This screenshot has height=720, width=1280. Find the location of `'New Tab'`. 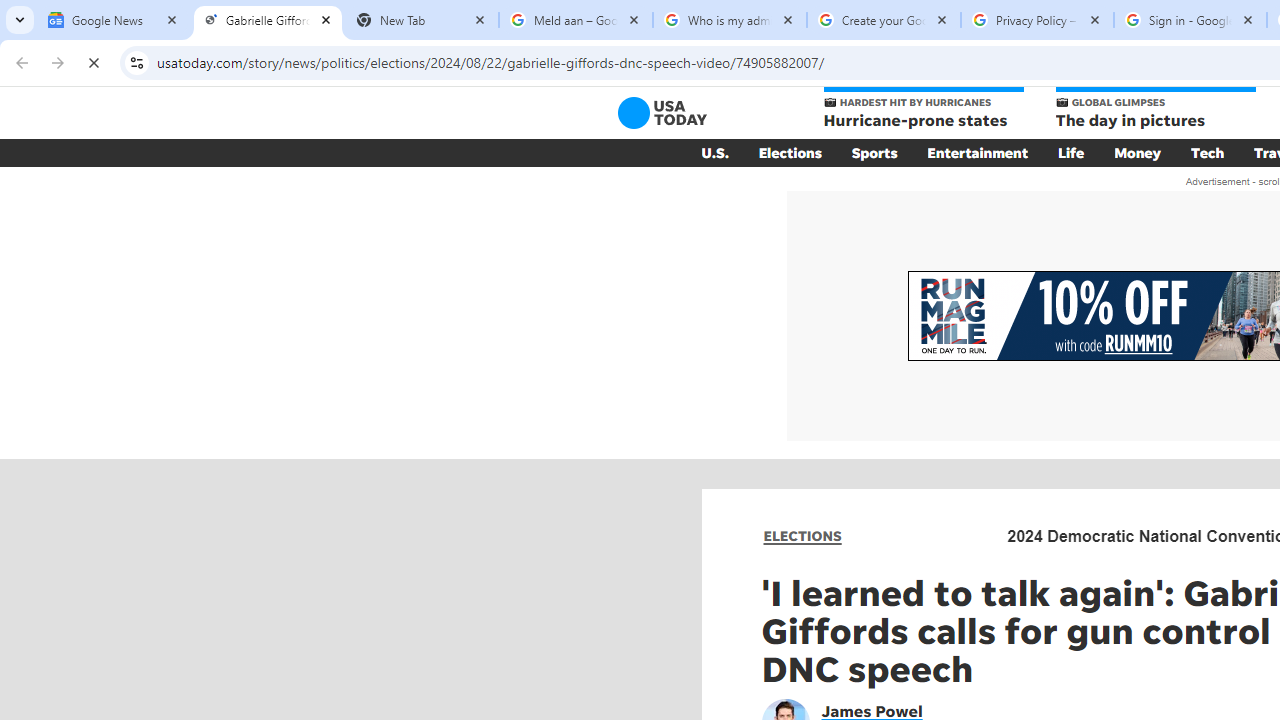

'New Tab' is located at coordinates (420, 20).